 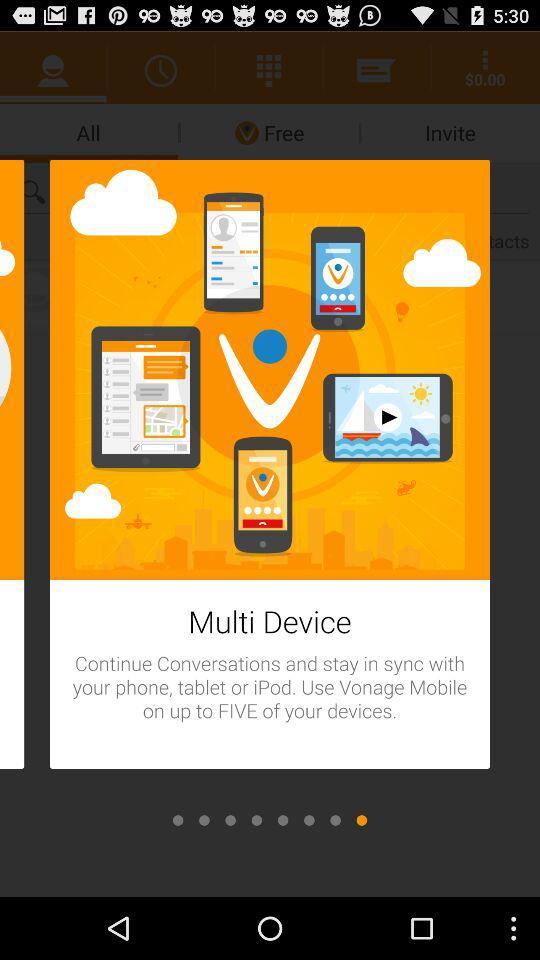 I want to click on the next page, so click(x=256, y=820).